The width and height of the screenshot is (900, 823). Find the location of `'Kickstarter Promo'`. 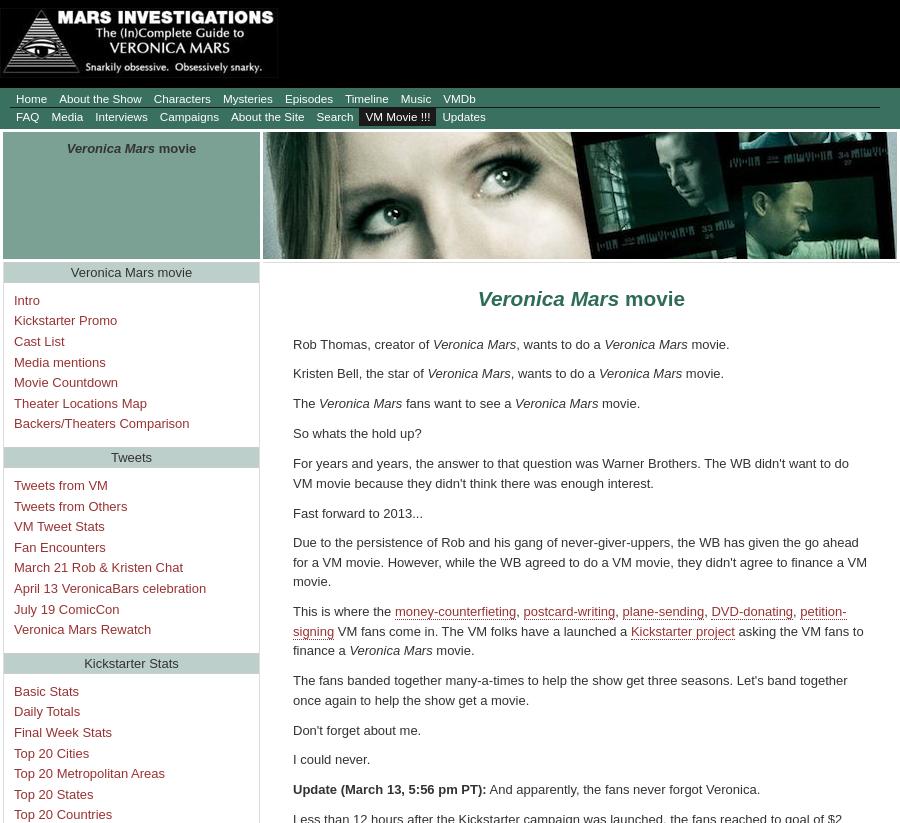

'Kickstarter Promo' is located at coordinates (13, 319).